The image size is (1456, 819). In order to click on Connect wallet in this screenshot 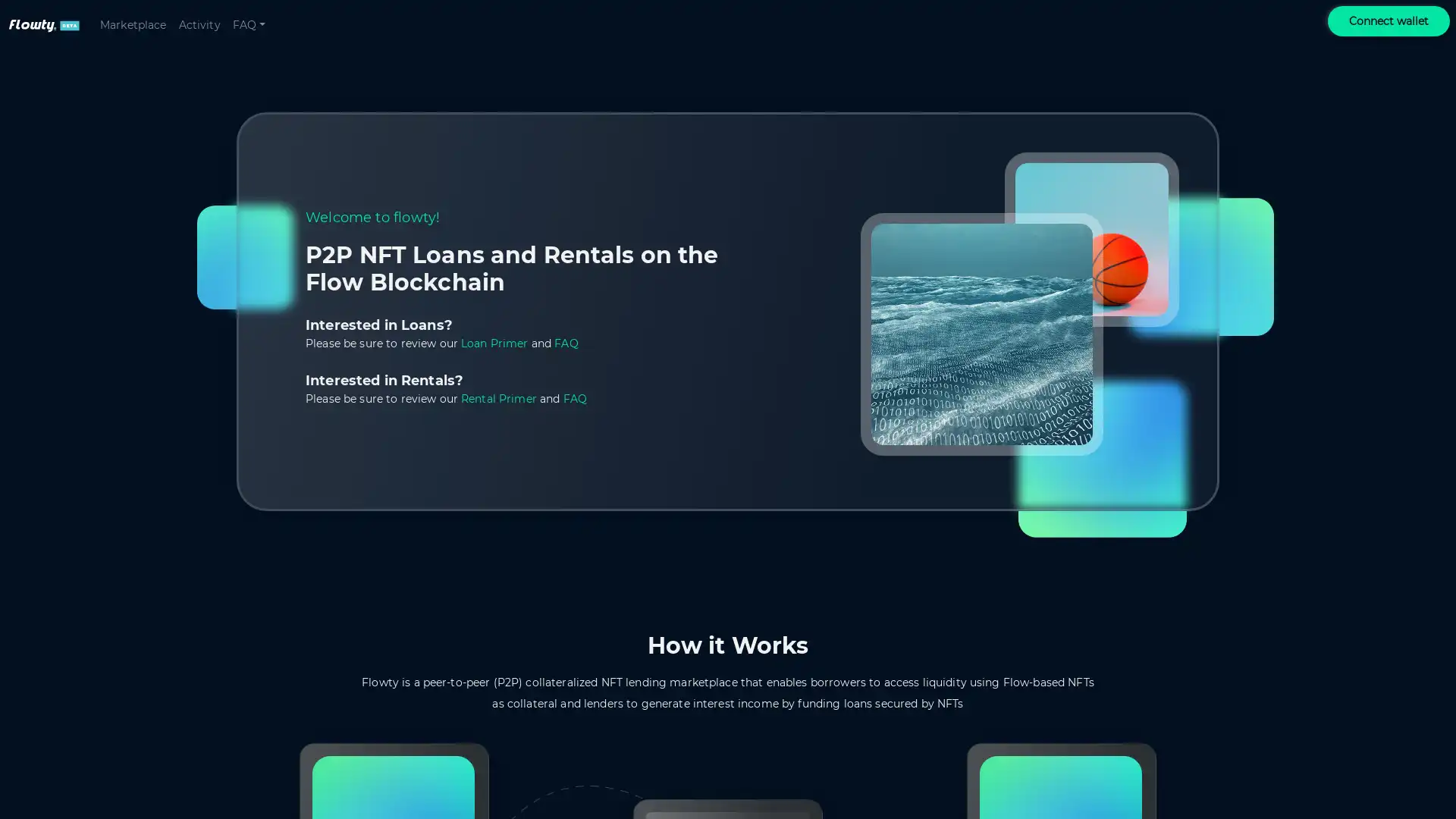, I will do `click(1389, 20)`.